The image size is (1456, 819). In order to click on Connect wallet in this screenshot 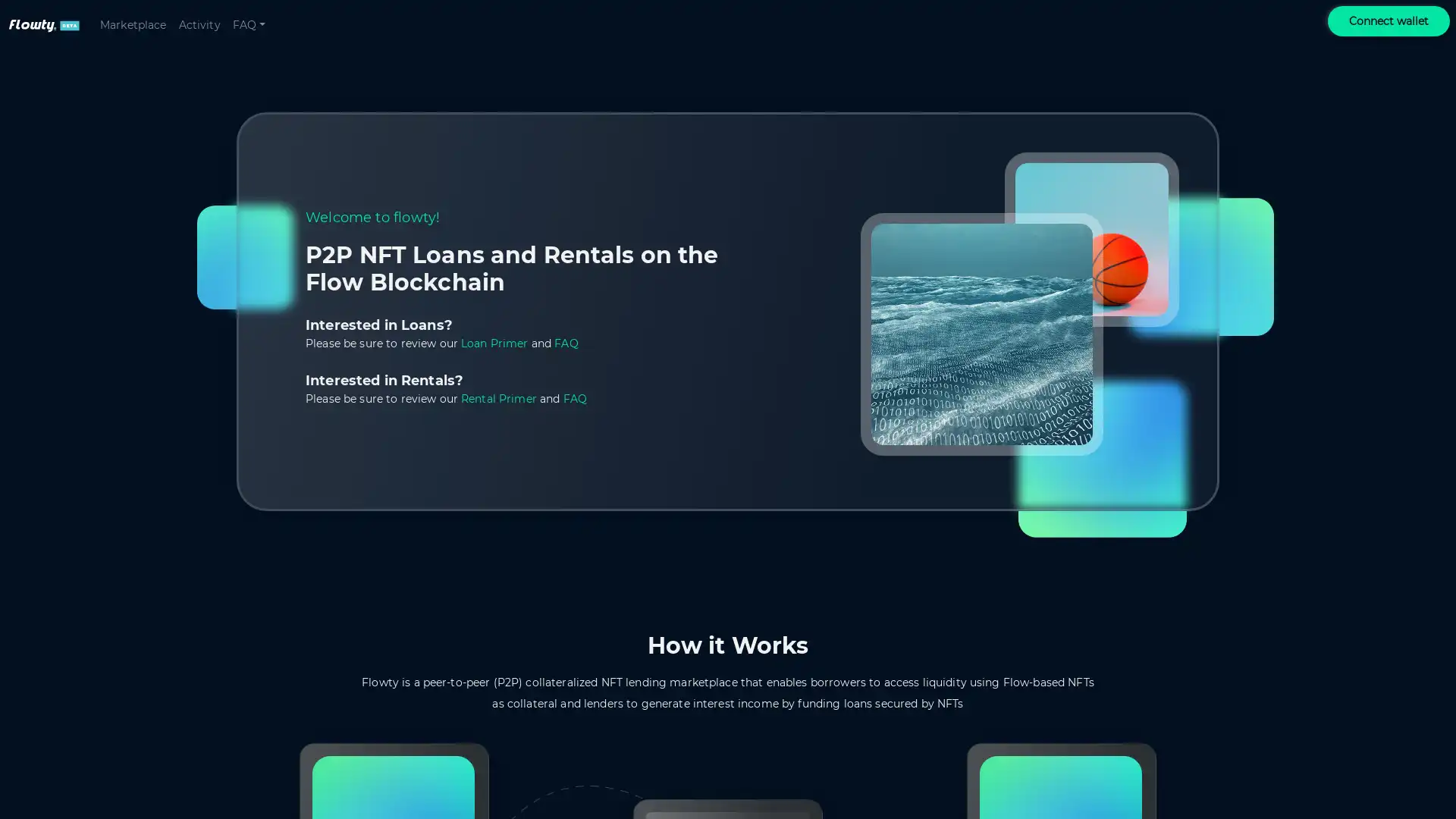, I will do `click(1389, 20)`.